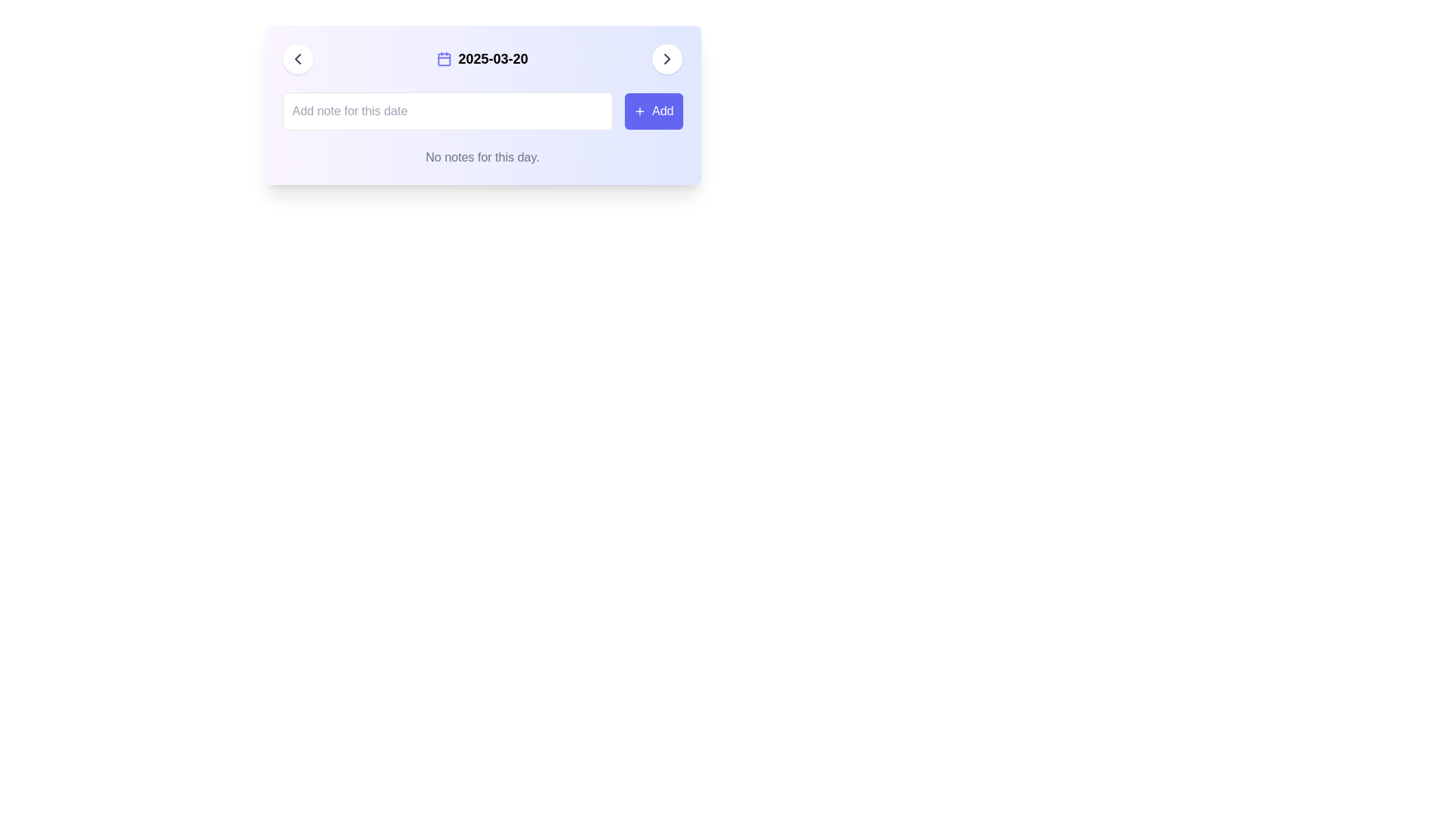  I want to click on the leftward-pointing chevron icon inside the circular white button at the top left of the interface bar, so click(297, 58).